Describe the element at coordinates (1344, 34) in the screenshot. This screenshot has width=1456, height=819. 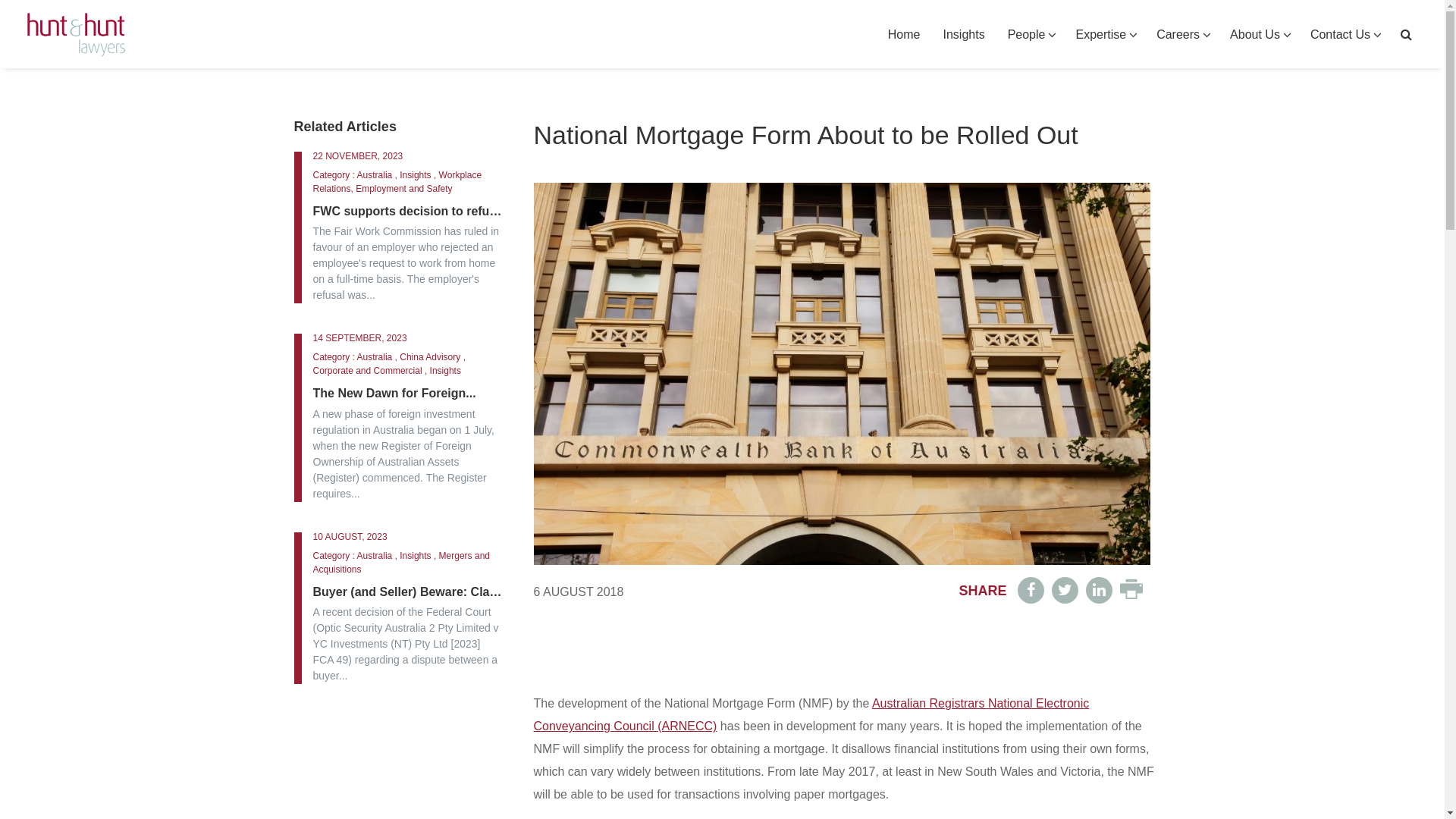
I see `'Contact Us'` at that location.